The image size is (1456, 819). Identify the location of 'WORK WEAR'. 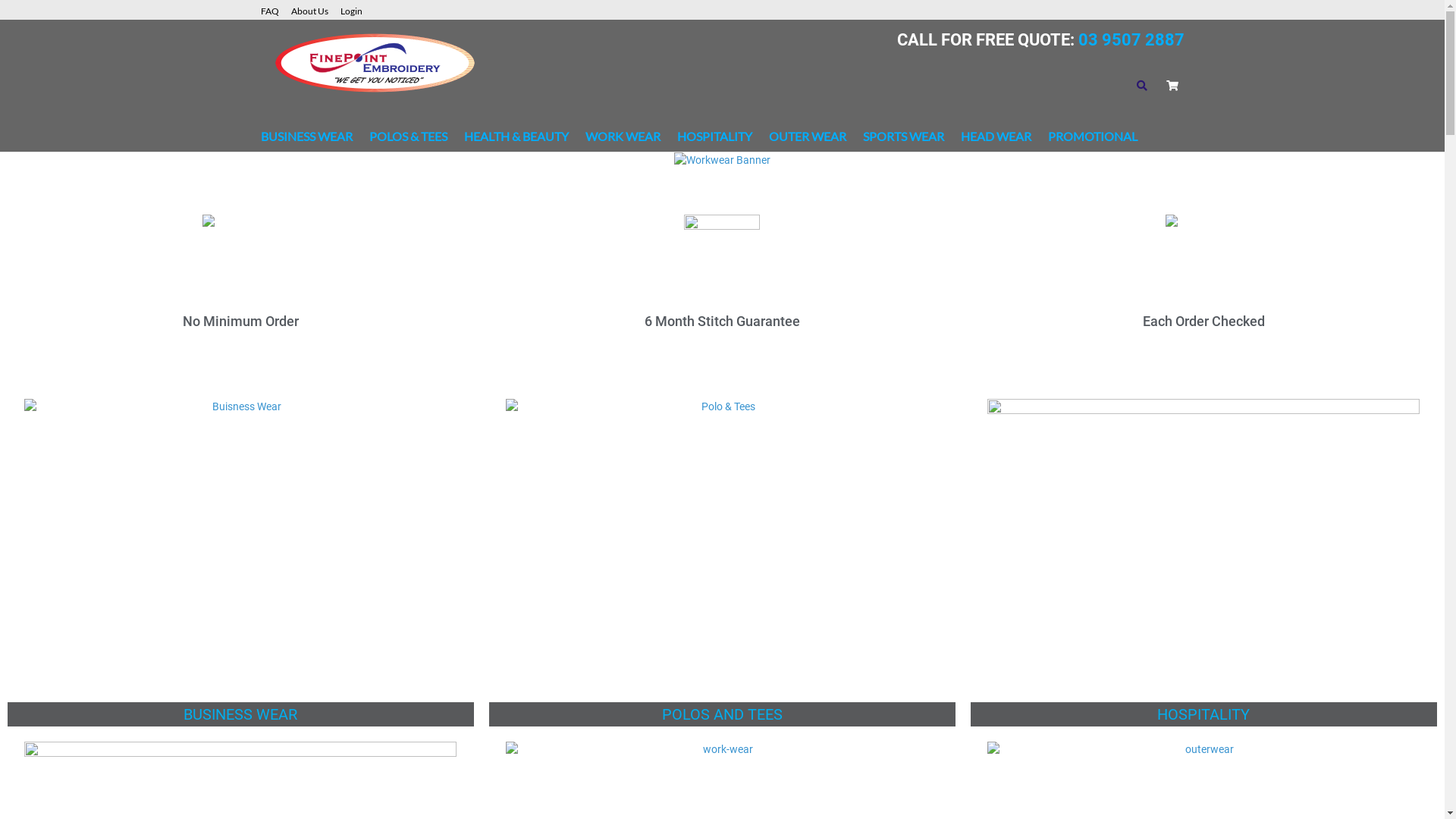
(623, 136).